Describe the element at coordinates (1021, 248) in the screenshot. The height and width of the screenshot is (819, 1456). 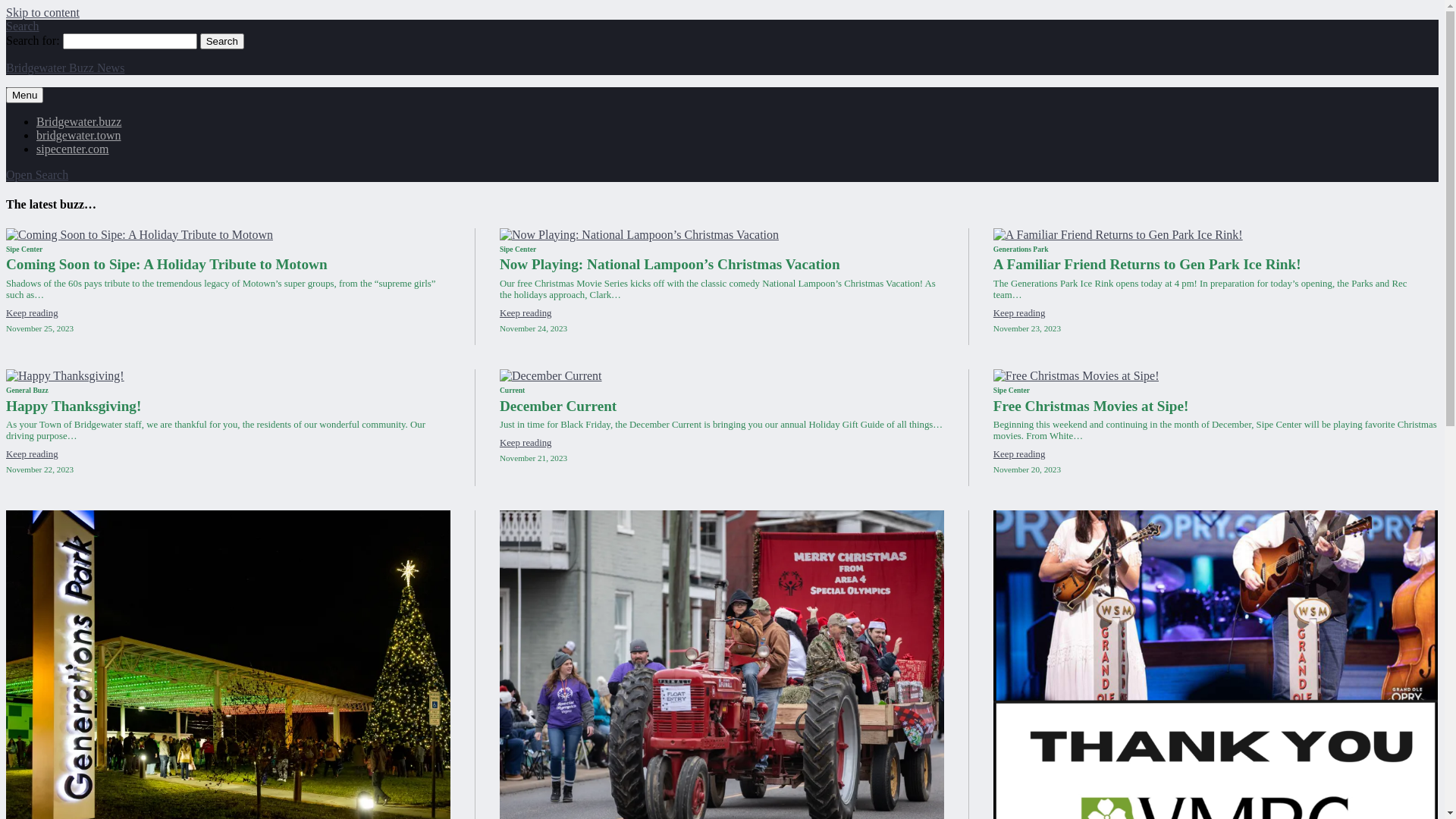
I see `'Generations Park'` at that location.